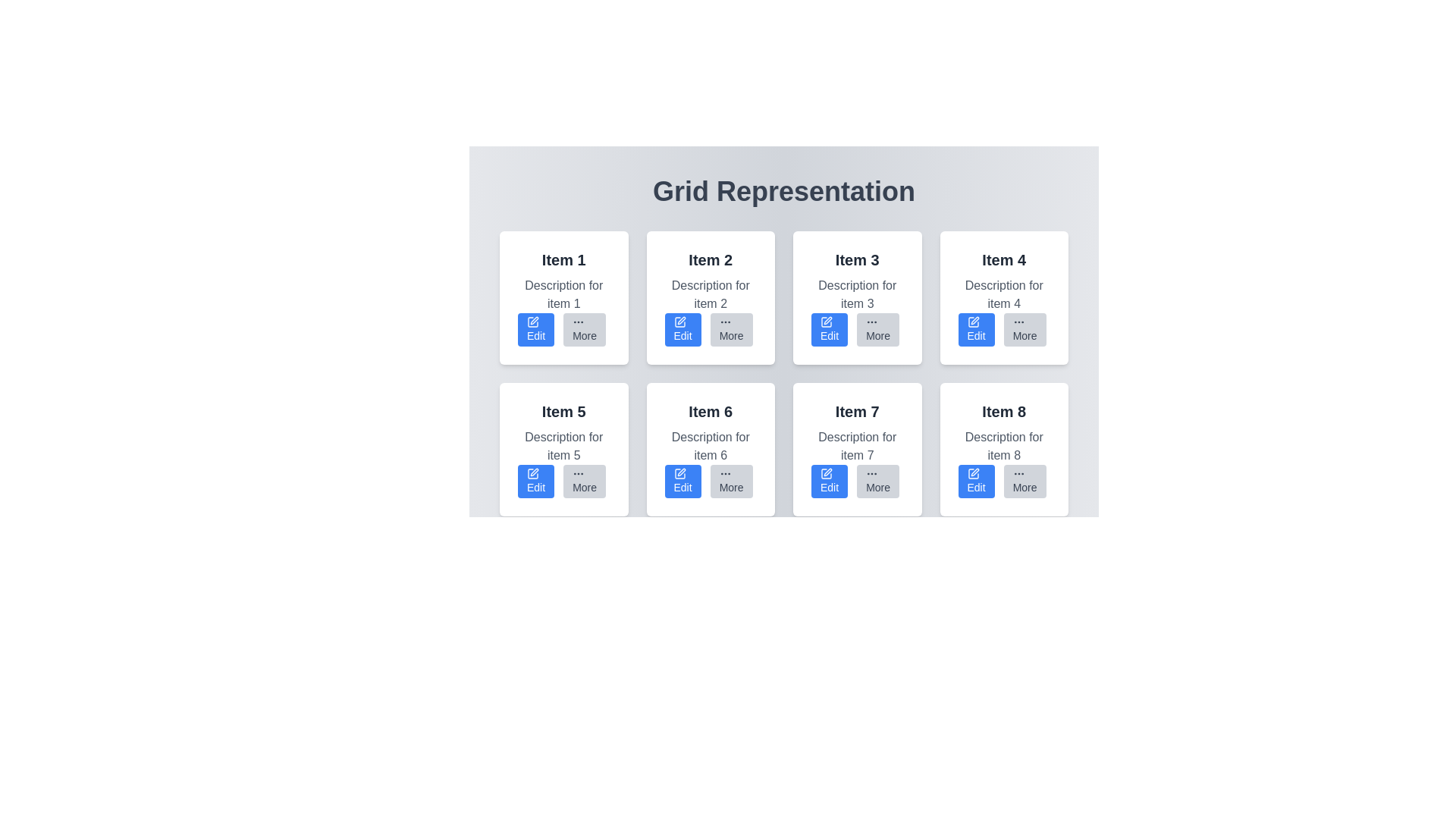 Image resolution: width=1456 pixels, height=819 pixels. Describe the element at coordinates (584, 329) in the screenshot. I see `the 'More' button located at the bottom-right corner of the 'Item 1' UI card to show more options` at that location.